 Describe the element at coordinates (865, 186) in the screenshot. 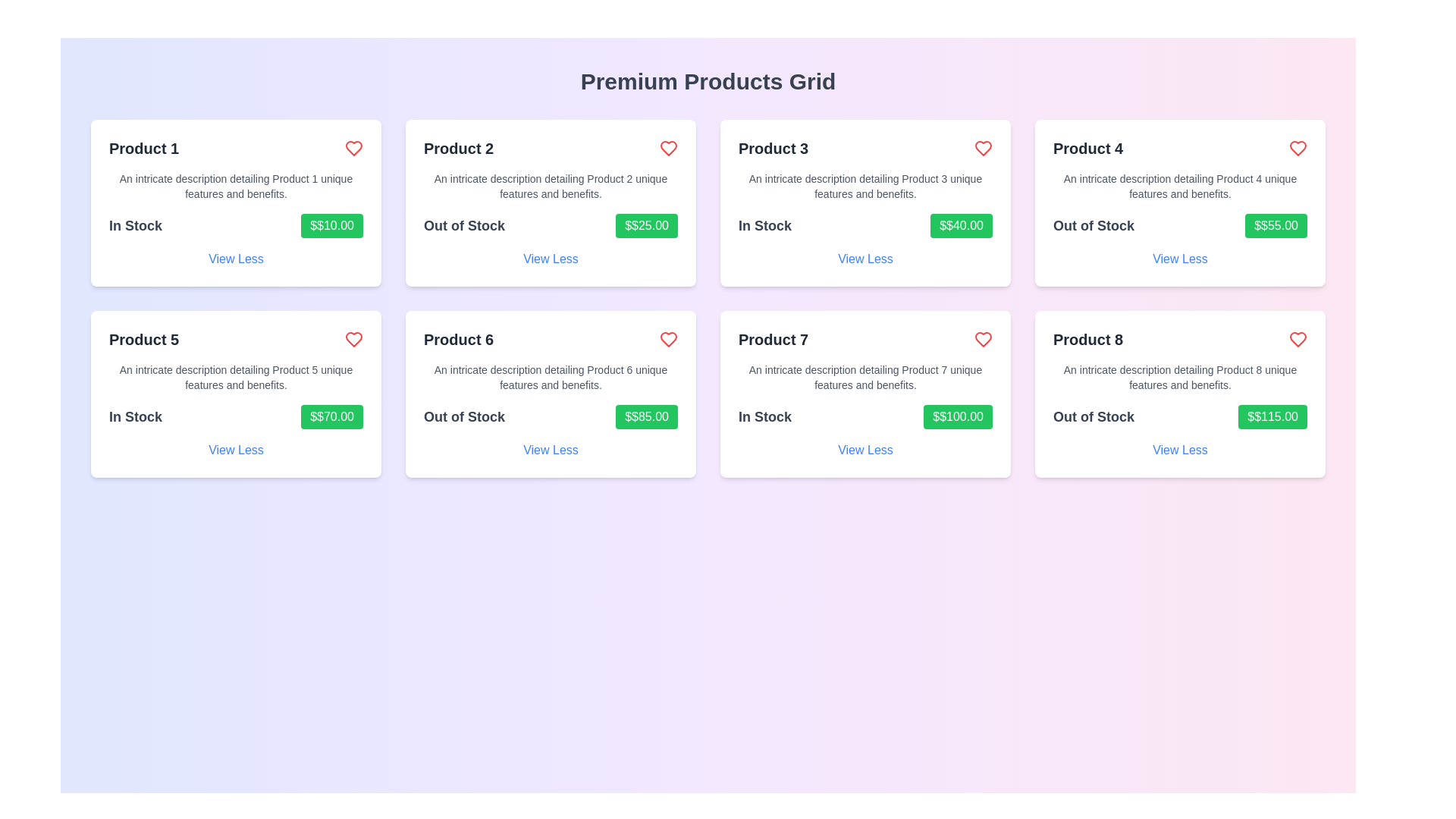

I see `the descriptive Text display for Product 3, located within the third product card in a grid layout, positioned between the title 'Product 3' and the stock and price information` at that location.